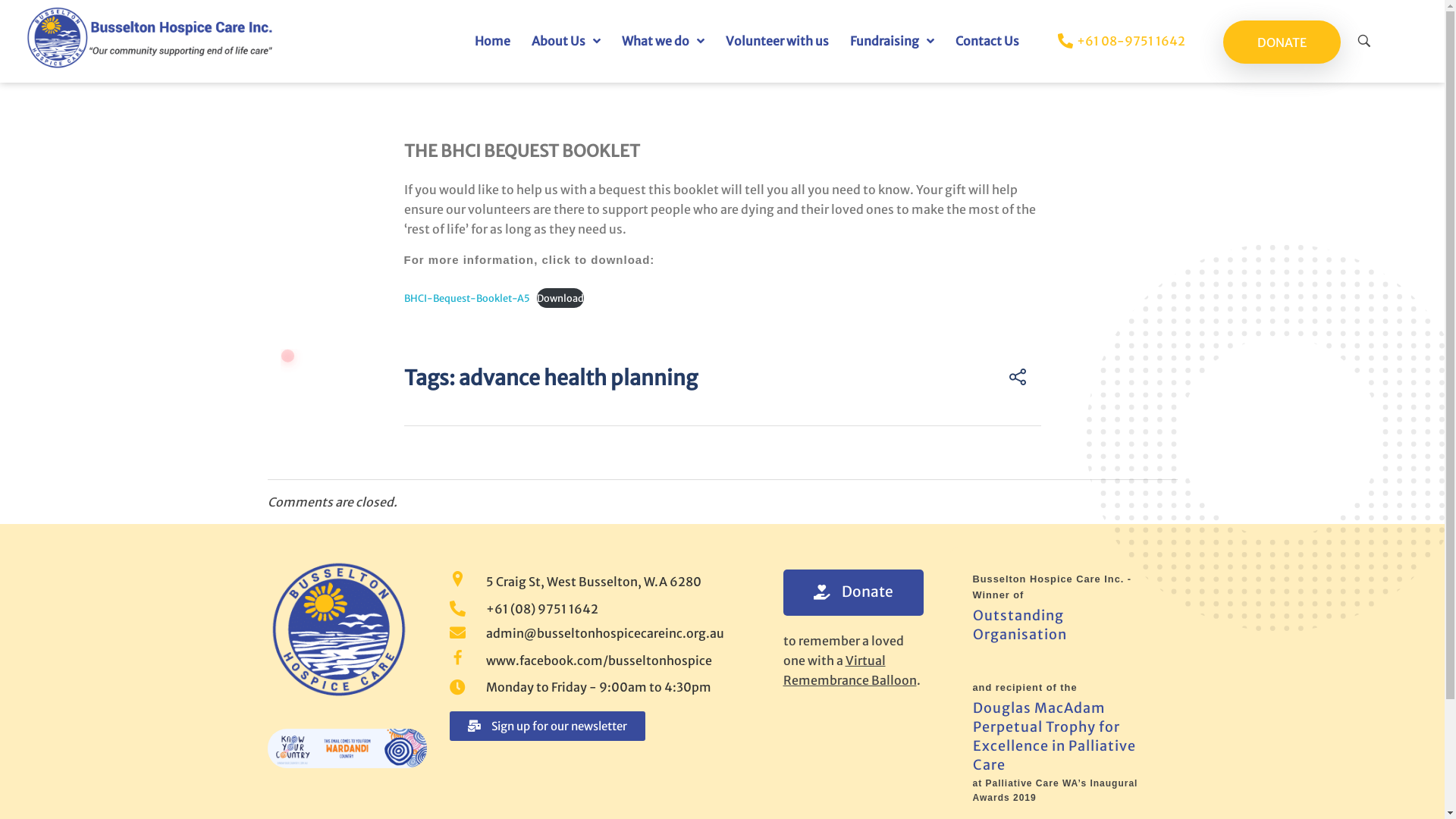 The height and width of the screenshot is (819, 1456). I want to click on 'Contact Us', so click(987, 40).